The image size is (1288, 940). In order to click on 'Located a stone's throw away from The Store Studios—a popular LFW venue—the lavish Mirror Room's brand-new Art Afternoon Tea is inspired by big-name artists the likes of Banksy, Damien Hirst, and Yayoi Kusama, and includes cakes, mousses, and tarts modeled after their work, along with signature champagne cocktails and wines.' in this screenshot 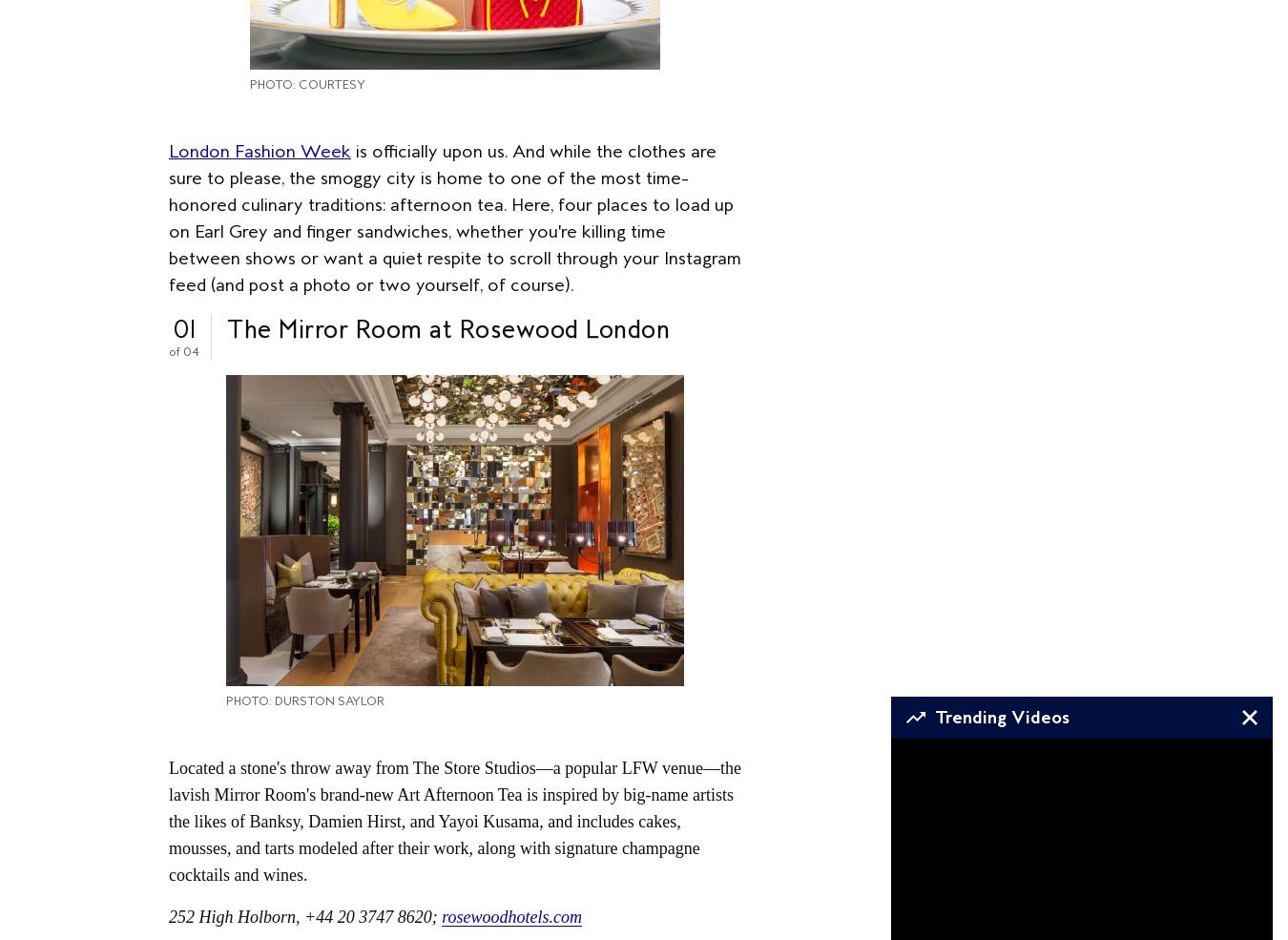, I will do `click(168, 820)`.